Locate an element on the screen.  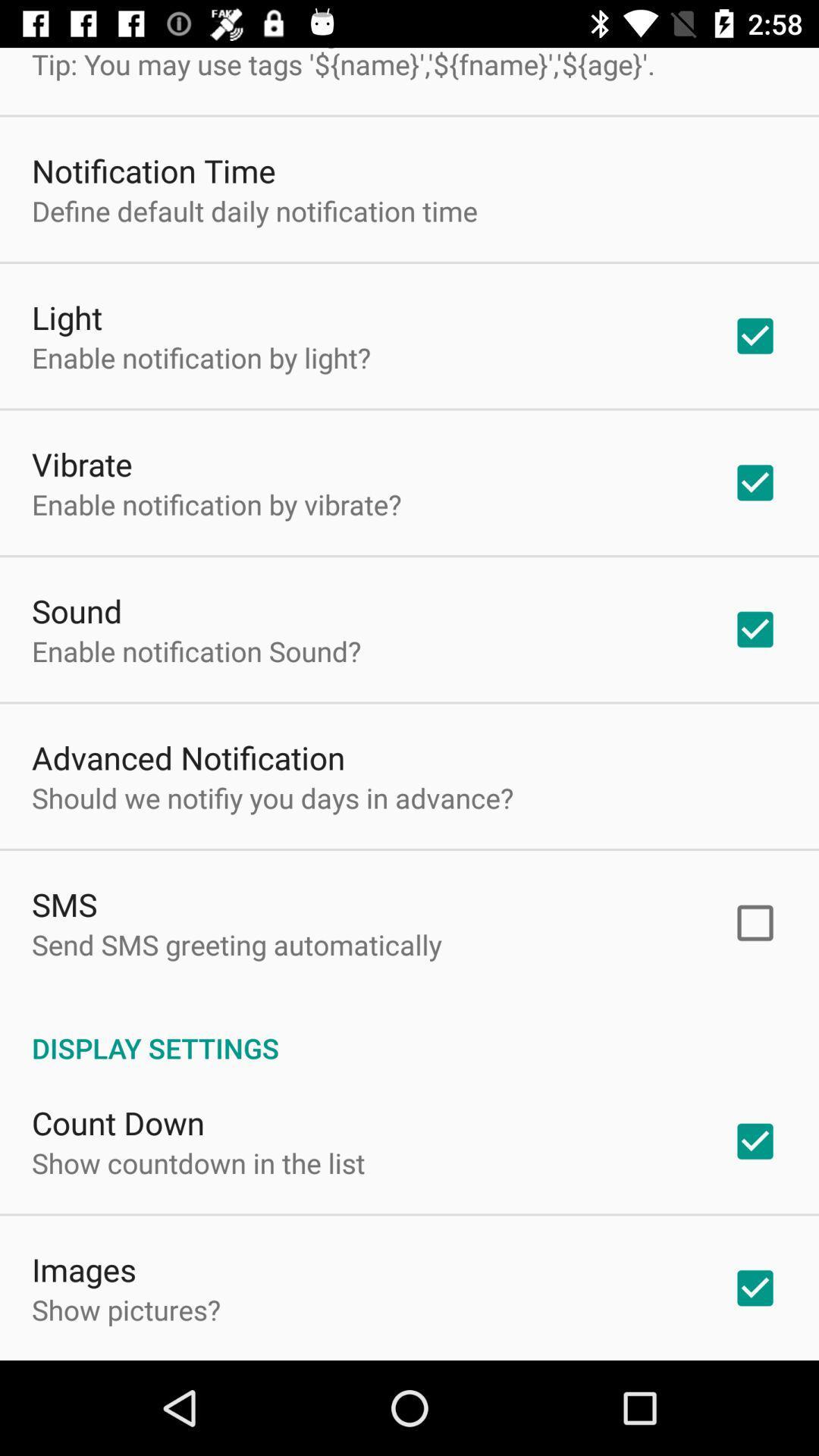
icon below the images app is located at coordinates (125, 1309).